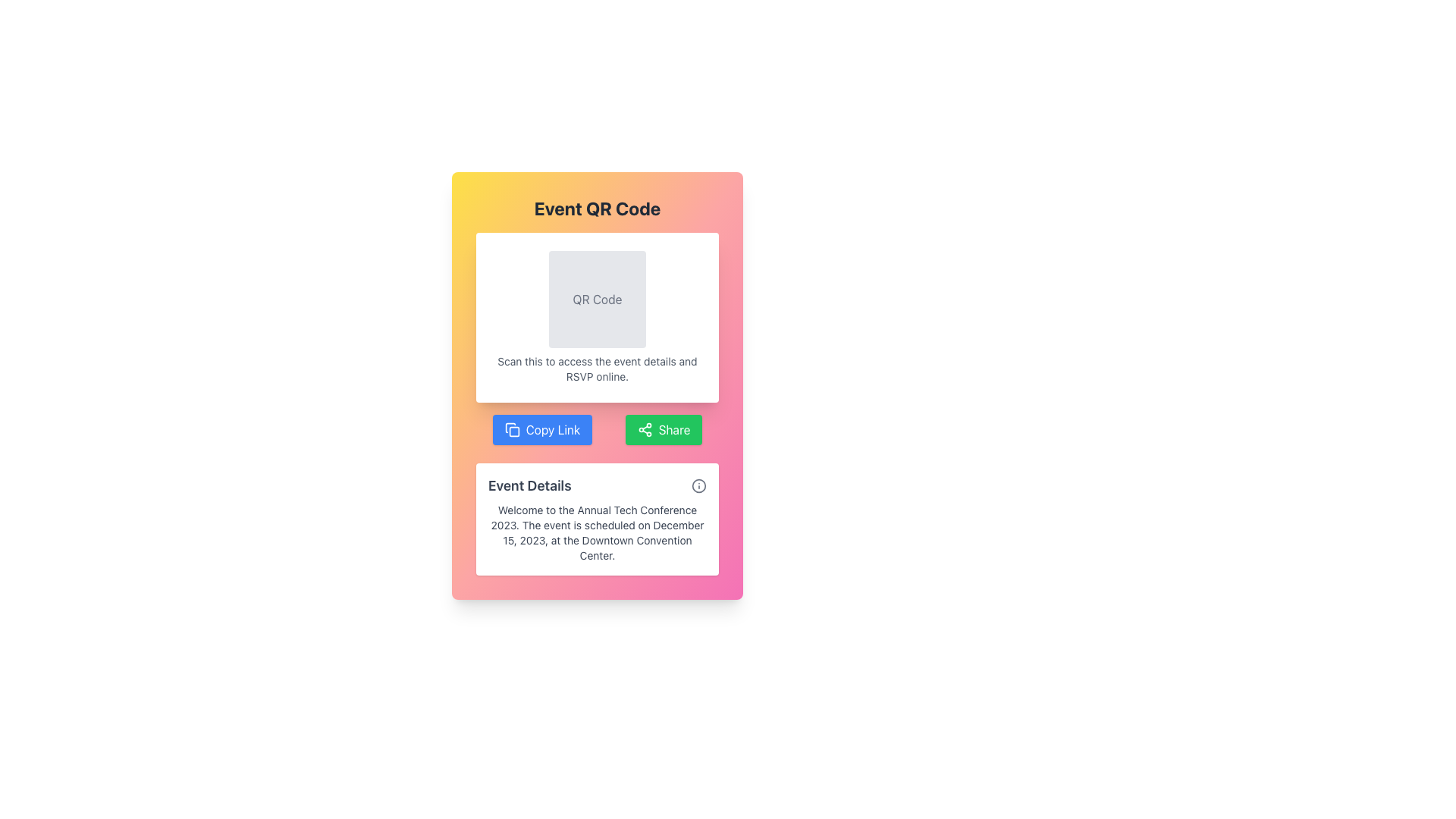 The image size is (1456, 819). I want to click on the centered gray box labeled 'QR Code', which serves as a placeholder for QR code functionality, located within a white card beneath the heading 'Event QR Code', so click(596, 299).